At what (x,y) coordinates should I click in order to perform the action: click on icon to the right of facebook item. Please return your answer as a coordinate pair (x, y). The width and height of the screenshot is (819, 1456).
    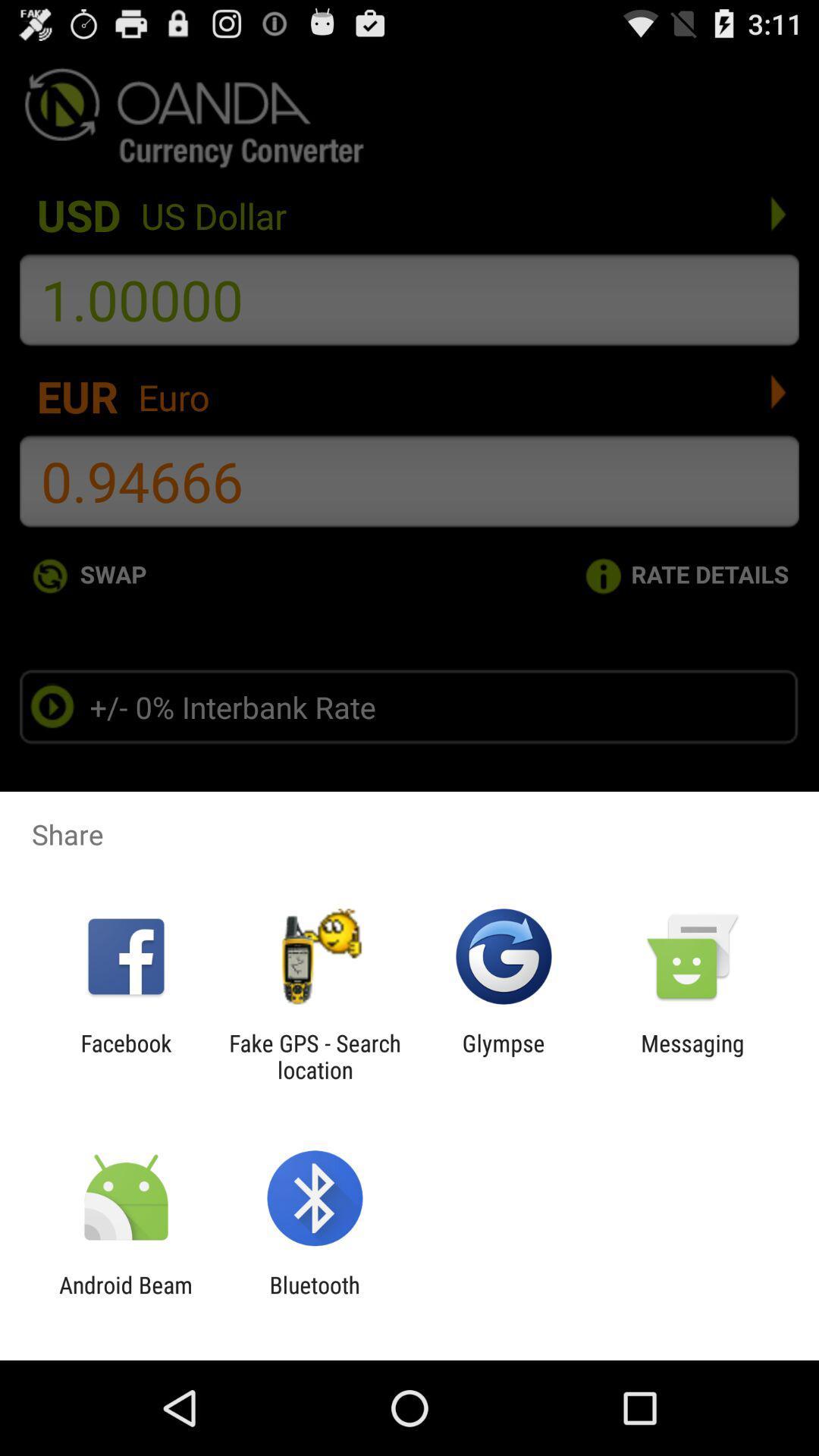
    Looking at the image, I should click on (314, 1056).